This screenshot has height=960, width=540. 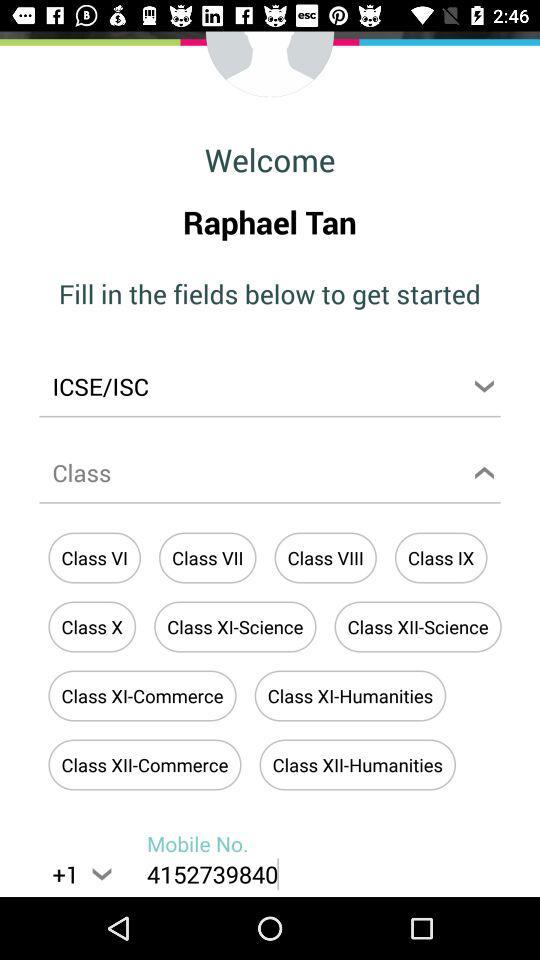 I want to click on go back, so click(x=270, y=65).